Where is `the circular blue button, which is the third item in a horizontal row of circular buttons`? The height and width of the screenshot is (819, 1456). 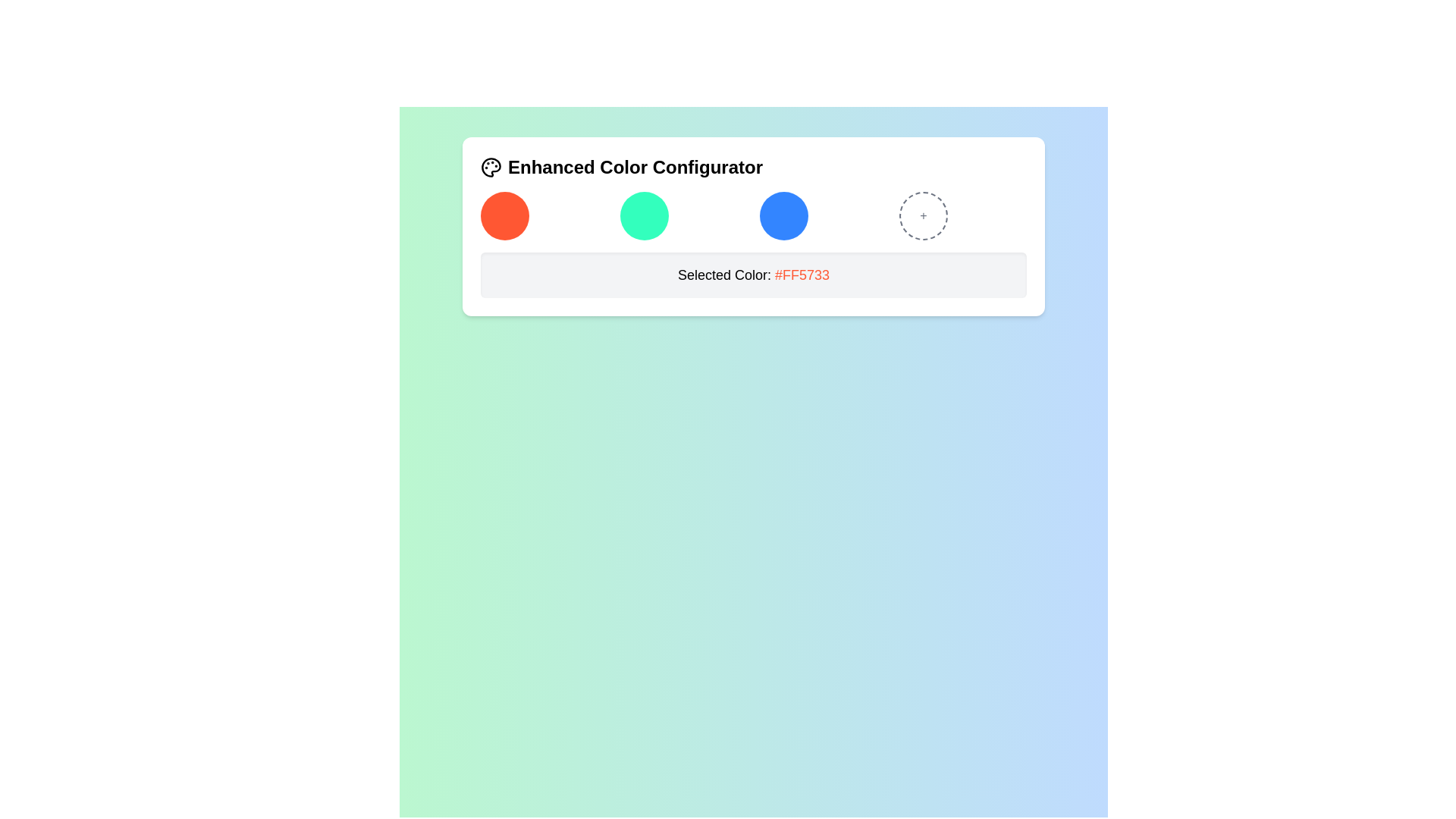
the circular blue button, which is the third item in a horizontal row of circular buttons is located at coordinates (783, 216).